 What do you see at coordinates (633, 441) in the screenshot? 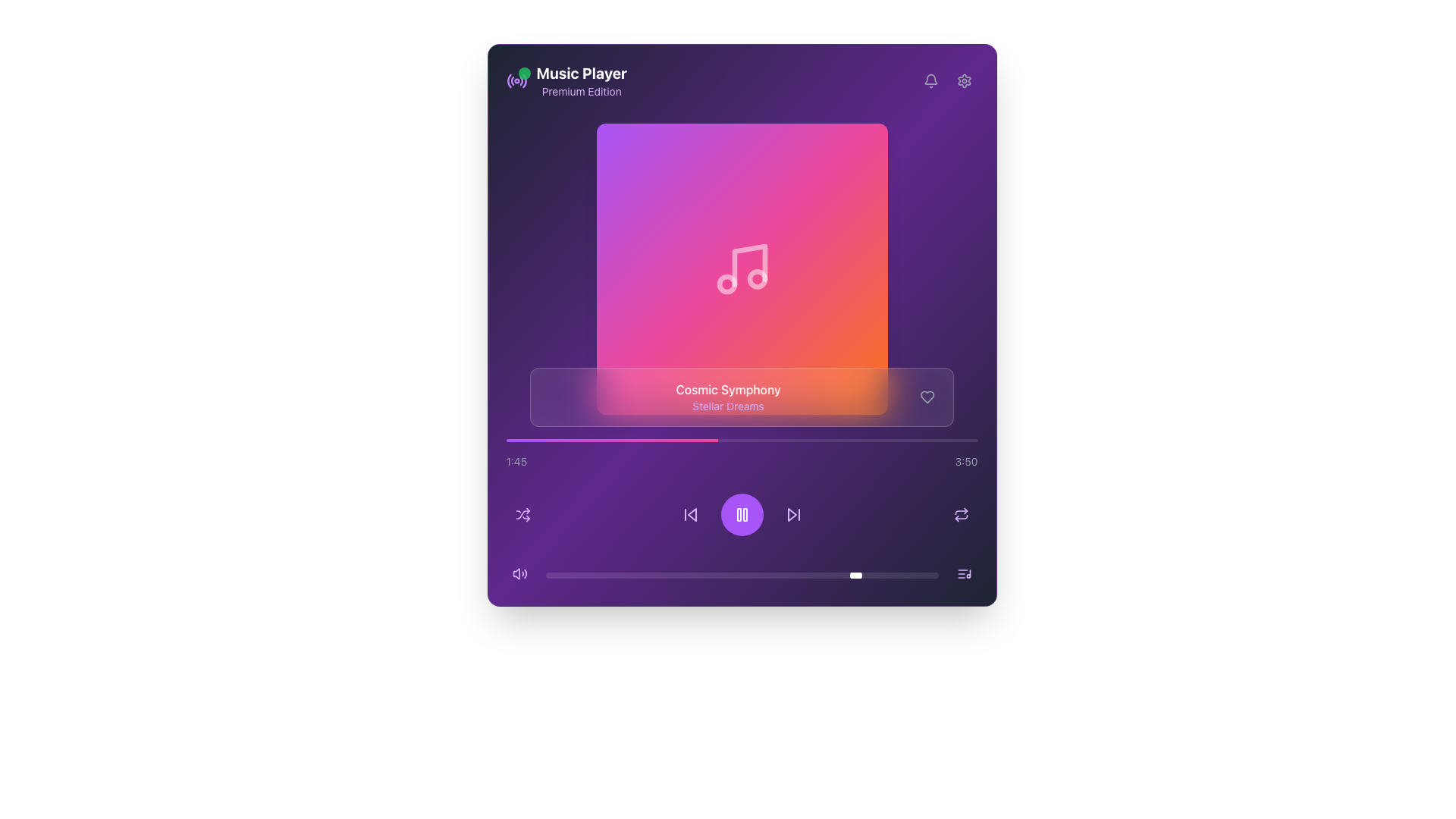
I see `the playback position` at bounding box center [633, 441].